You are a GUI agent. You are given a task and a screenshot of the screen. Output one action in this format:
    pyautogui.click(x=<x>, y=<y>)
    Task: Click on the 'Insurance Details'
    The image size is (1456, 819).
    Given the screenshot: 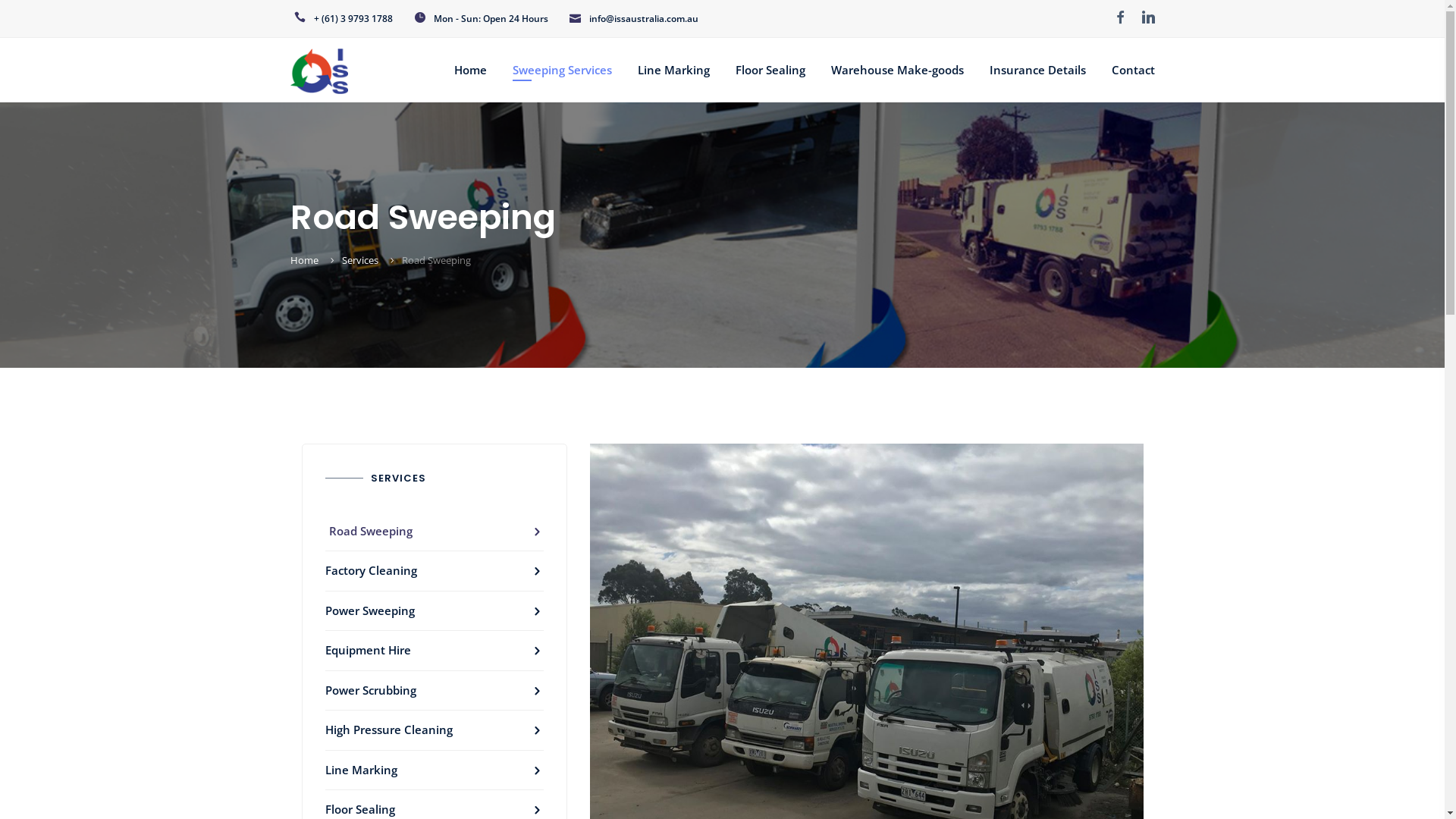 What is the action you would take?
    pyautogui.click(x=1036, y=70)
    